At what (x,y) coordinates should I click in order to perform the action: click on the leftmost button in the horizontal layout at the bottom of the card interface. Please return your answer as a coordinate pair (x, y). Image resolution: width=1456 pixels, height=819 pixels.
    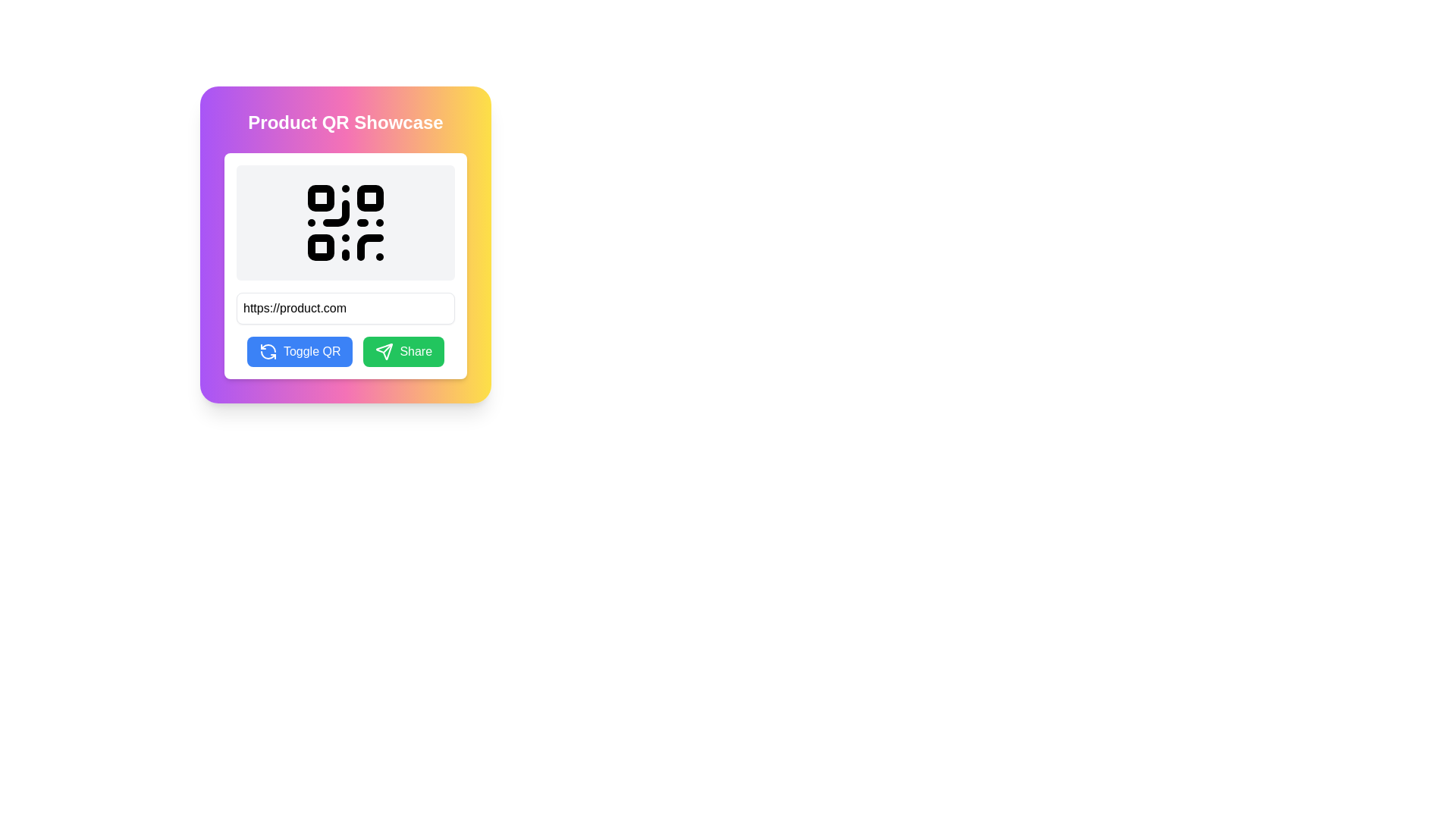
    Looking at the image, I should click on (345, 351).